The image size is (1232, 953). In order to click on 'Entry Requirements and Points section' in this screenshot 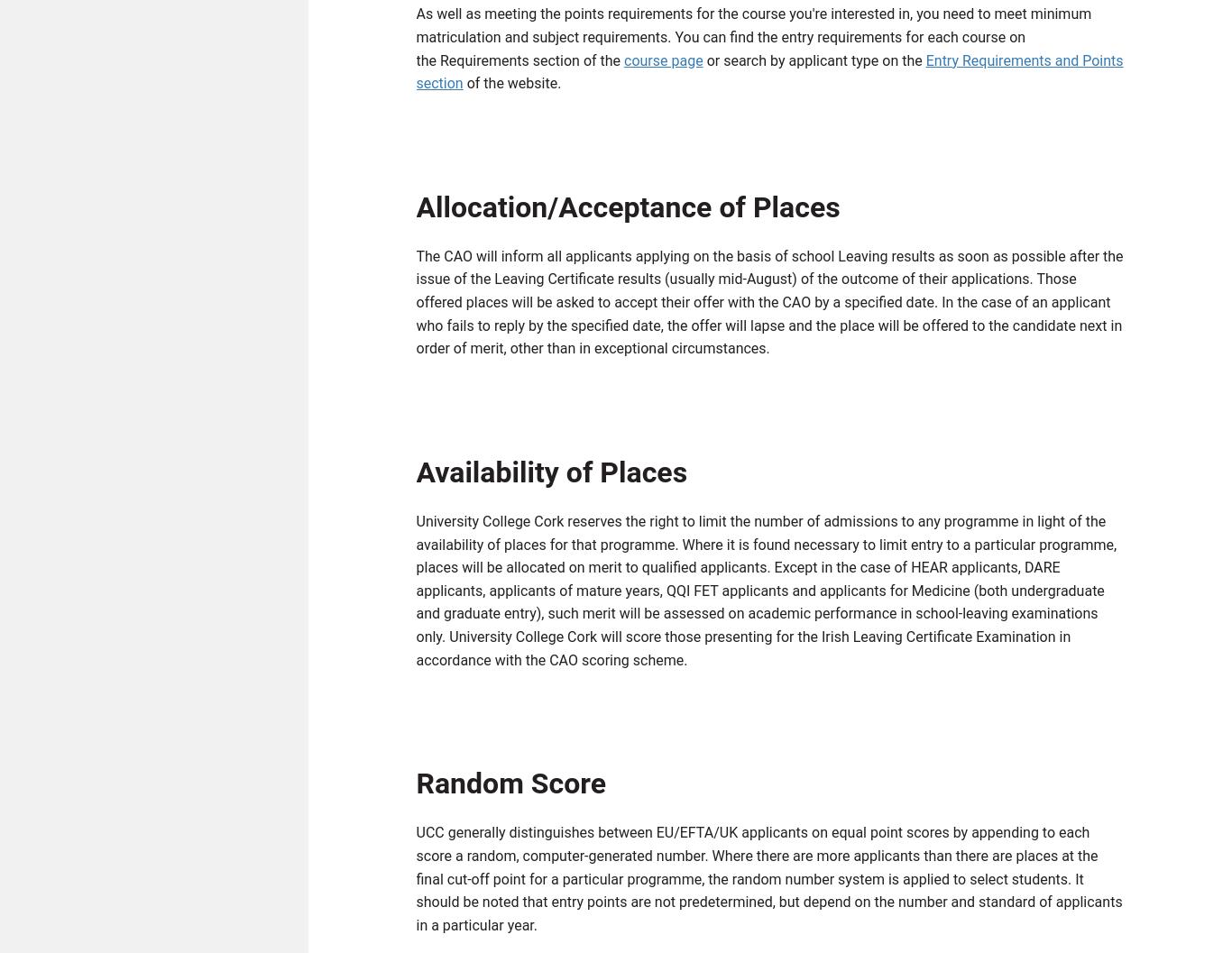, I will do `click(416, 75)`.